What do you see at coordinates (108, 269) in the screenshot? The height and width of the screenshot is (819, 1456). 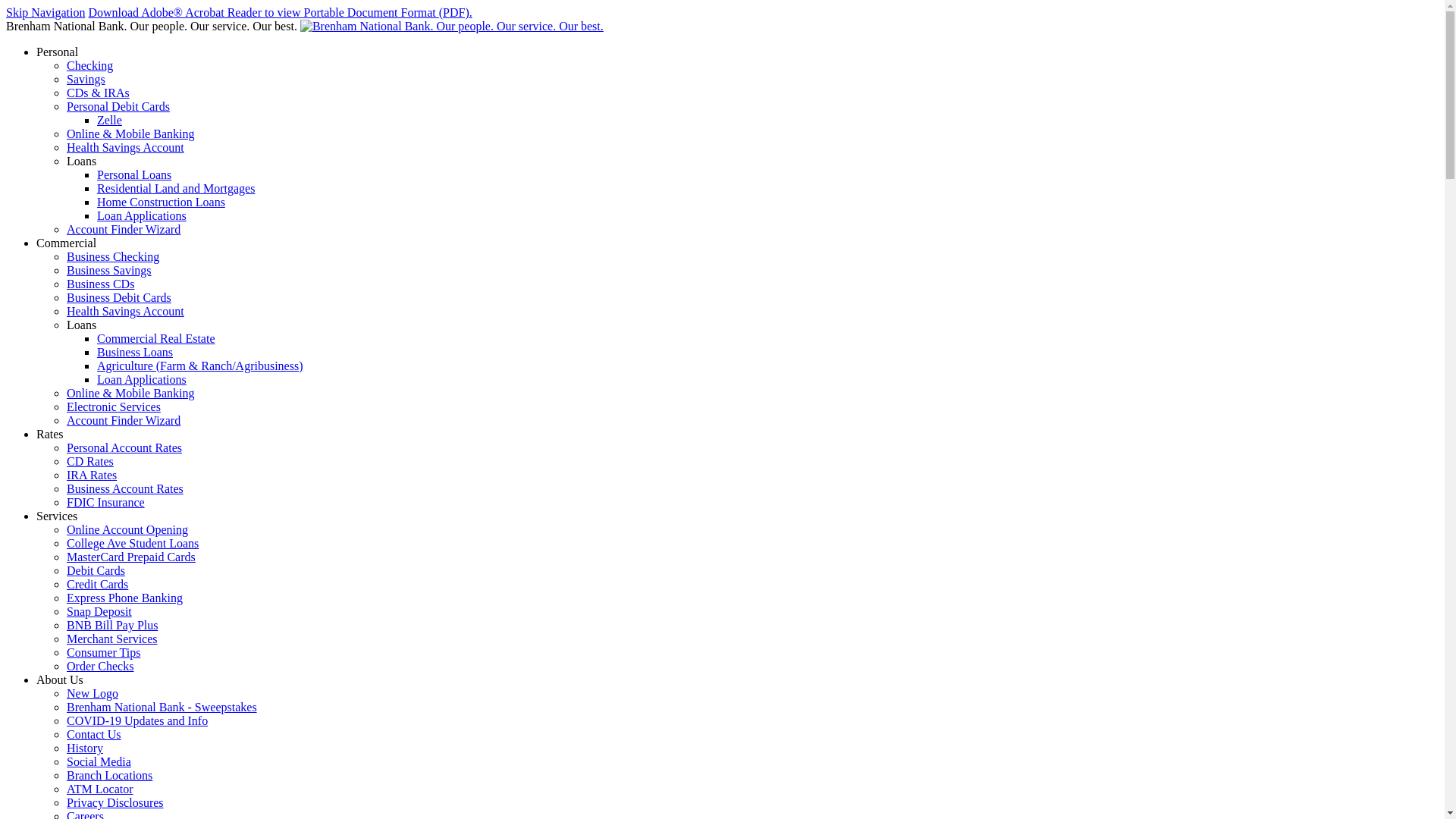 I see `'Business Savings'` at bounding box center [108, 269].